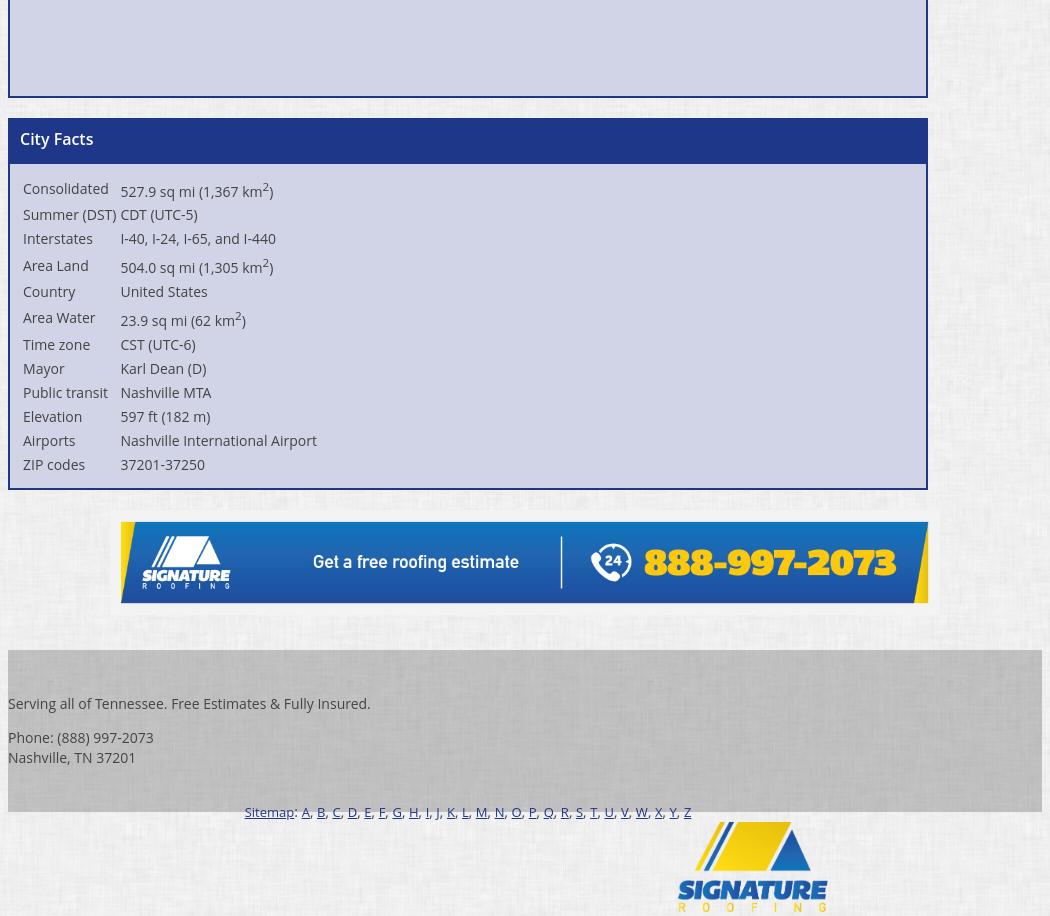  What do you see at coordinates (305, 811) in the screenshot?
I see `'A'` at bounding box center [305, 811].